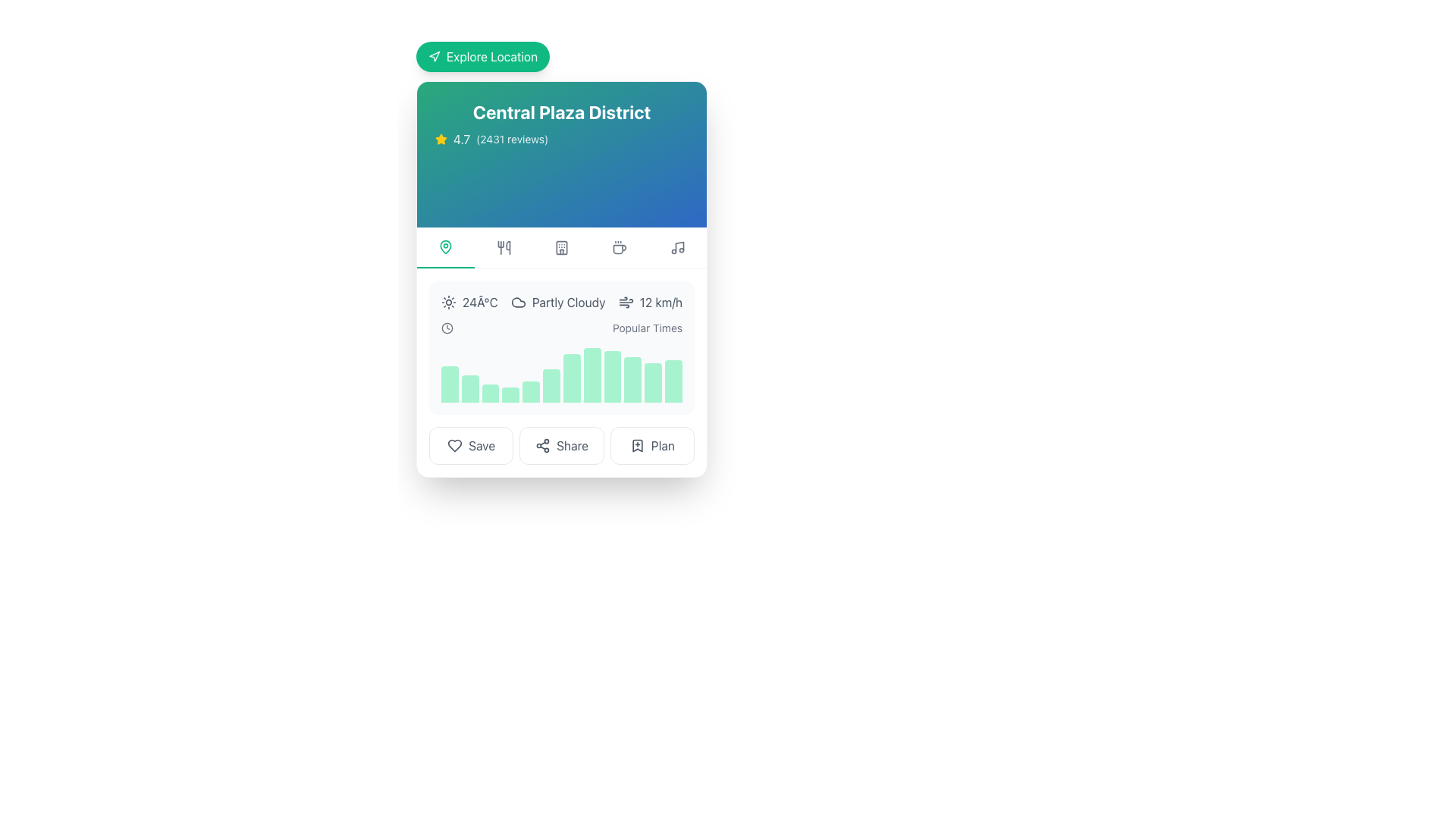  Describe the element at coordinates (447, 302) in the screenshot. I see `the sun icon, which is a small, minimalistic circular icon with rays extending outward, located leftmost in the weather content card near the temperature value '24°C'` at that location.